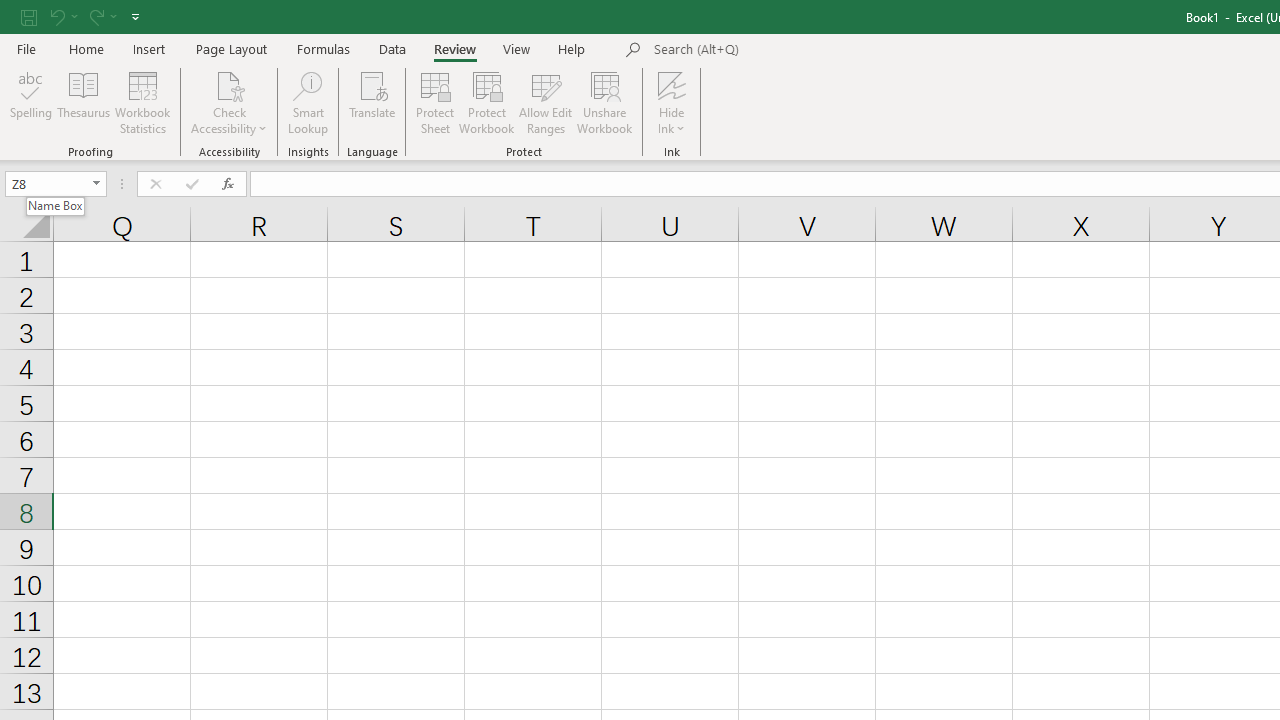 Image resolution: width=1280 pixels, height=720 pixels. Describe the element at coordinates (372, 103) in the screenshot. I see `'Translate'` at that location.